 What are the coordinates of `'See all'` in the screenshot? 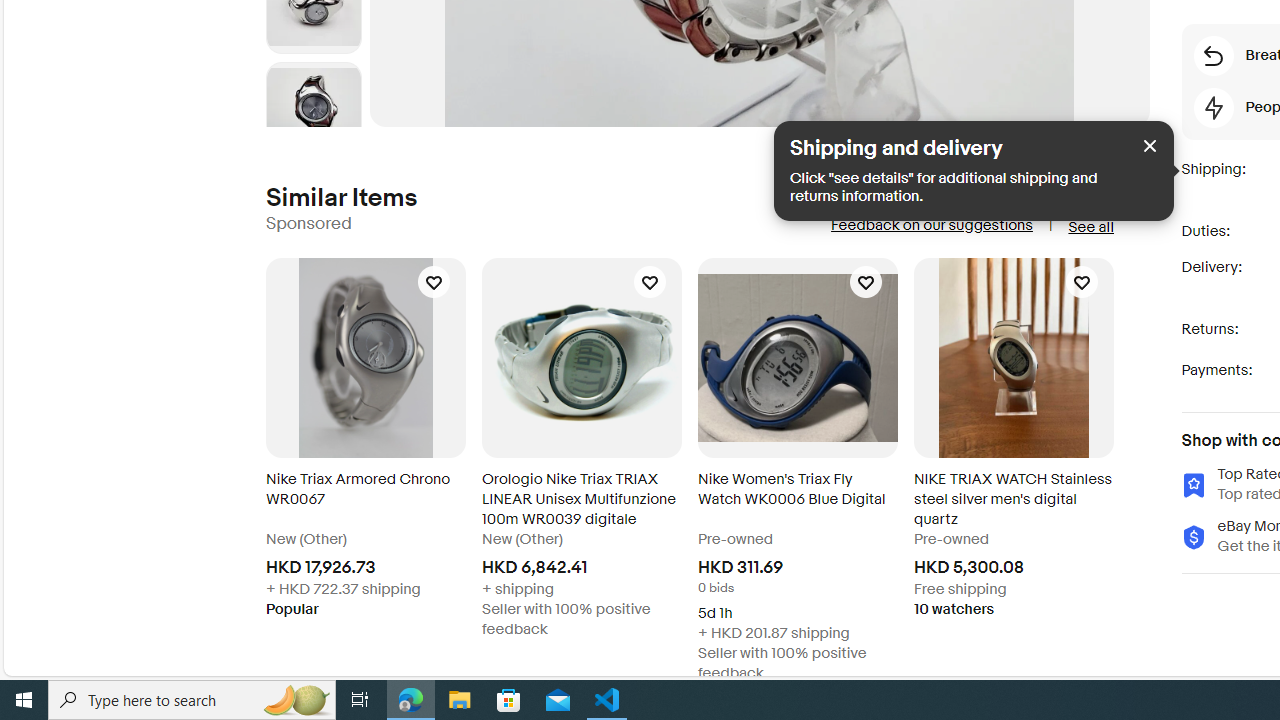 It's located at (1089, 226).